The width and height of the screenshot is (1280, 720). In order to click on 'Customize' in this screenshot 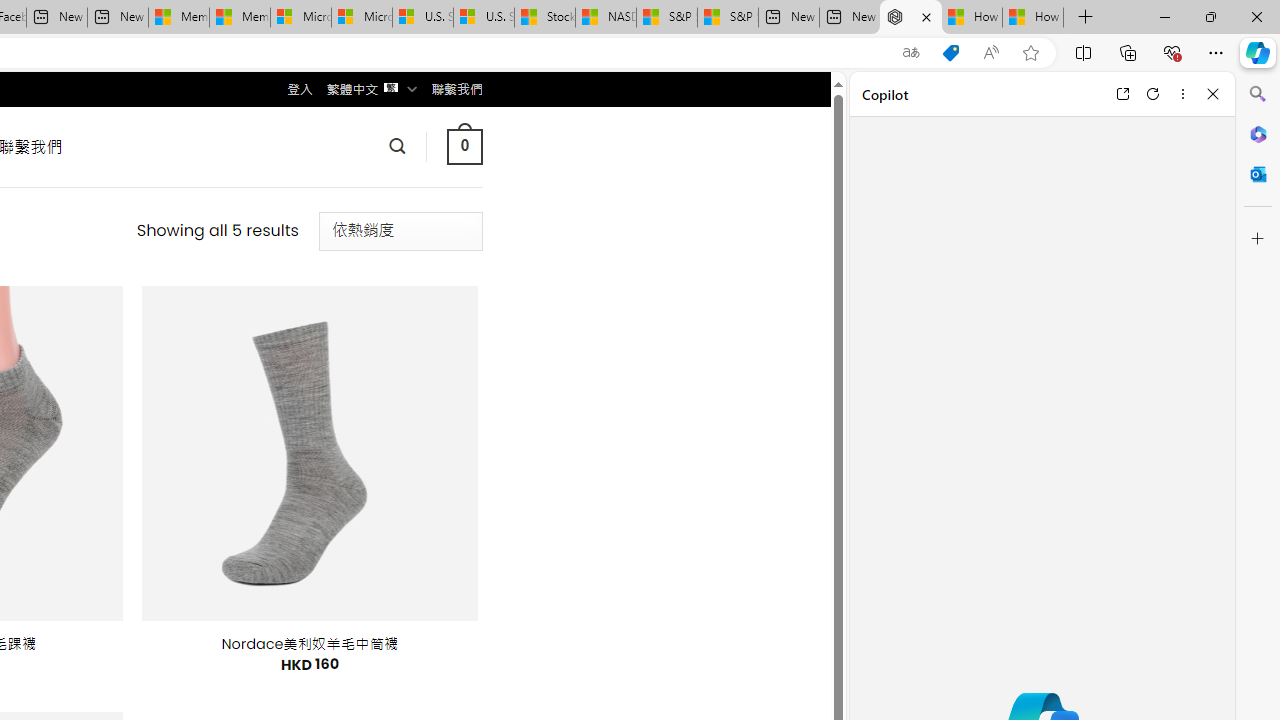, I will do `click(1257, 238)`.